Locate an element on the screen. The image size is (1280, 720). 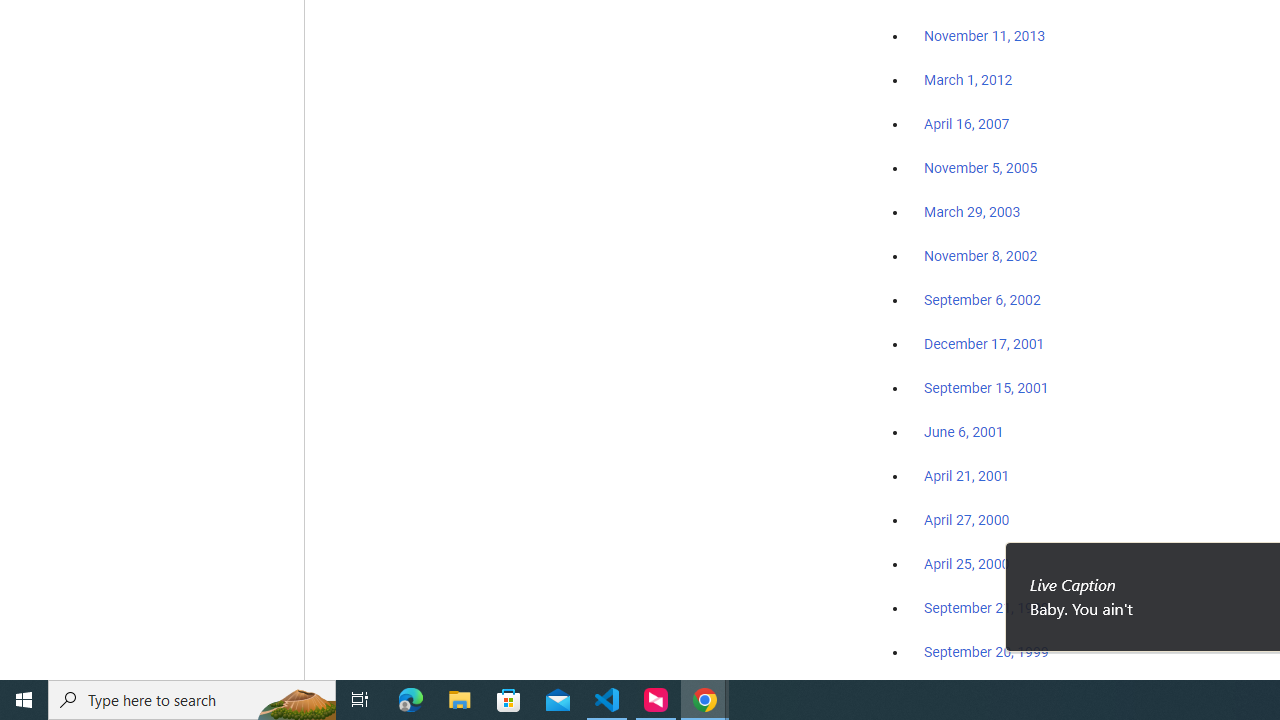
'March 1, 2012' is located at coordinates (968, 80).